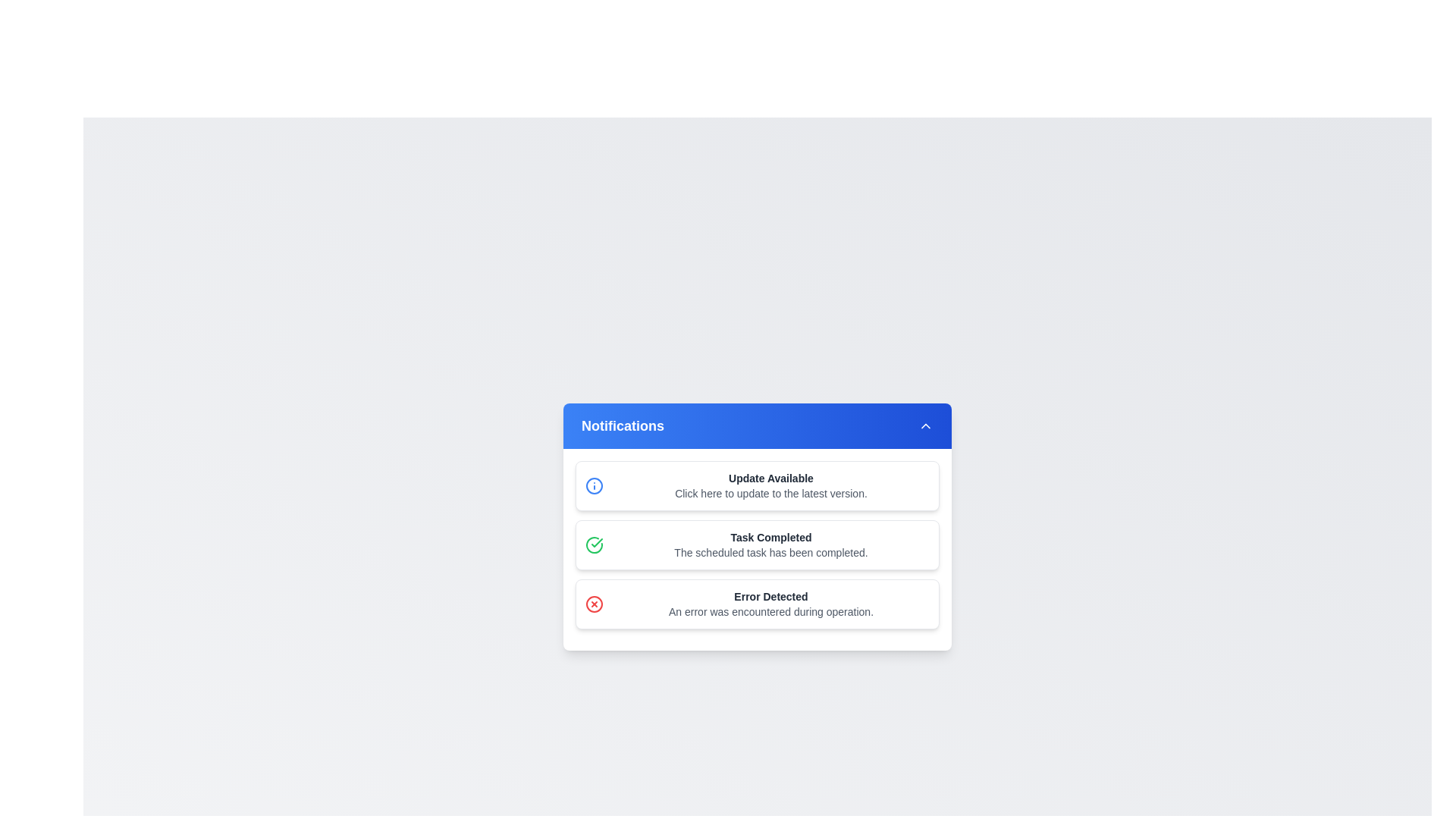 The image size is (1456, 819). Describe the element at coordinates (593, 604) in the screenshot. I see `the red circular icon with a white 'X' symbol located to the left of the 'Error Detected' notification` at that location.